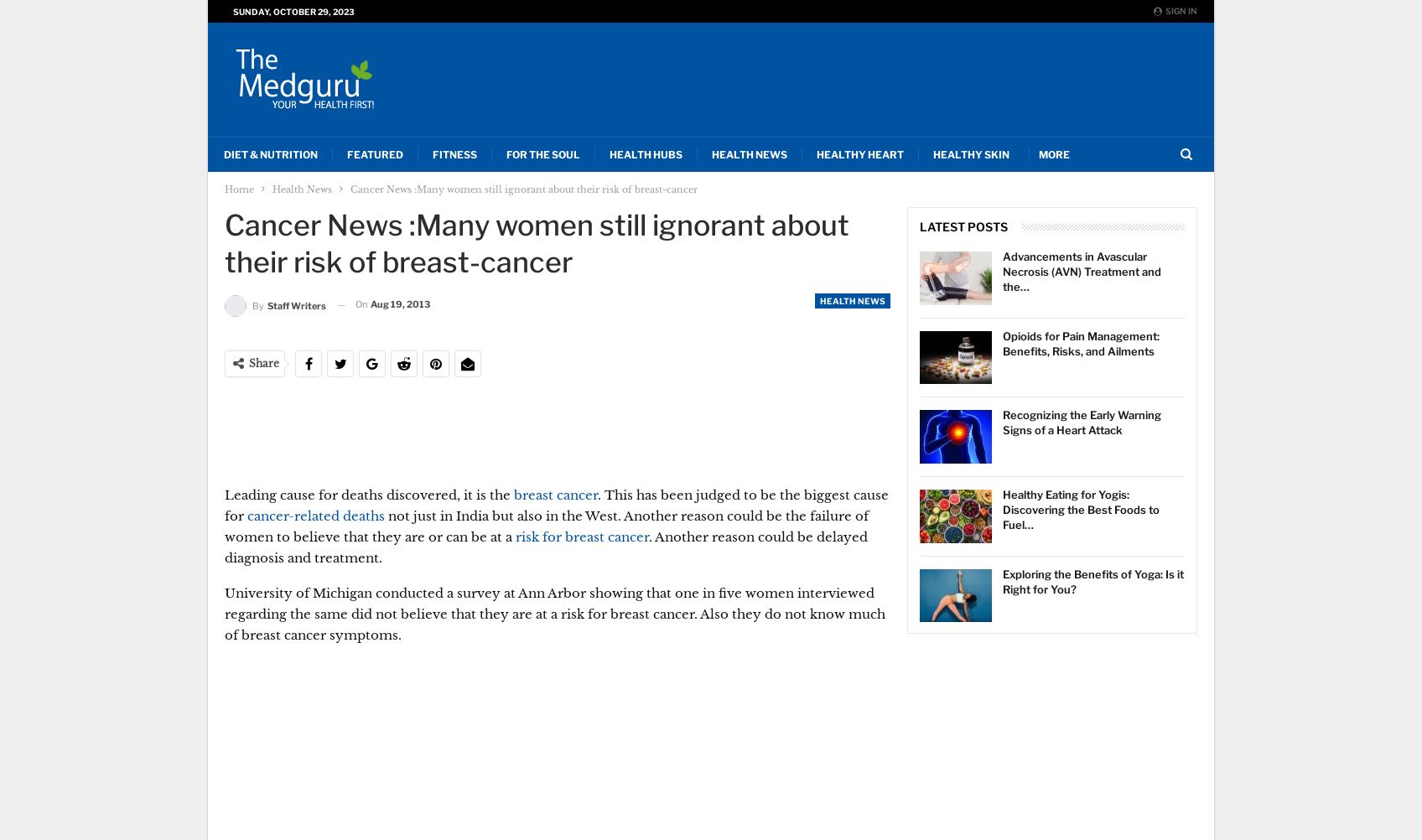 The height and width of the screenshot is (840, 1422). What do you see at coordinates (1093, 580) in the screenshot?
I see `'Exploring the Benefits of Yoga: Is it Right for You?'` at bounding box center [1093, 580].